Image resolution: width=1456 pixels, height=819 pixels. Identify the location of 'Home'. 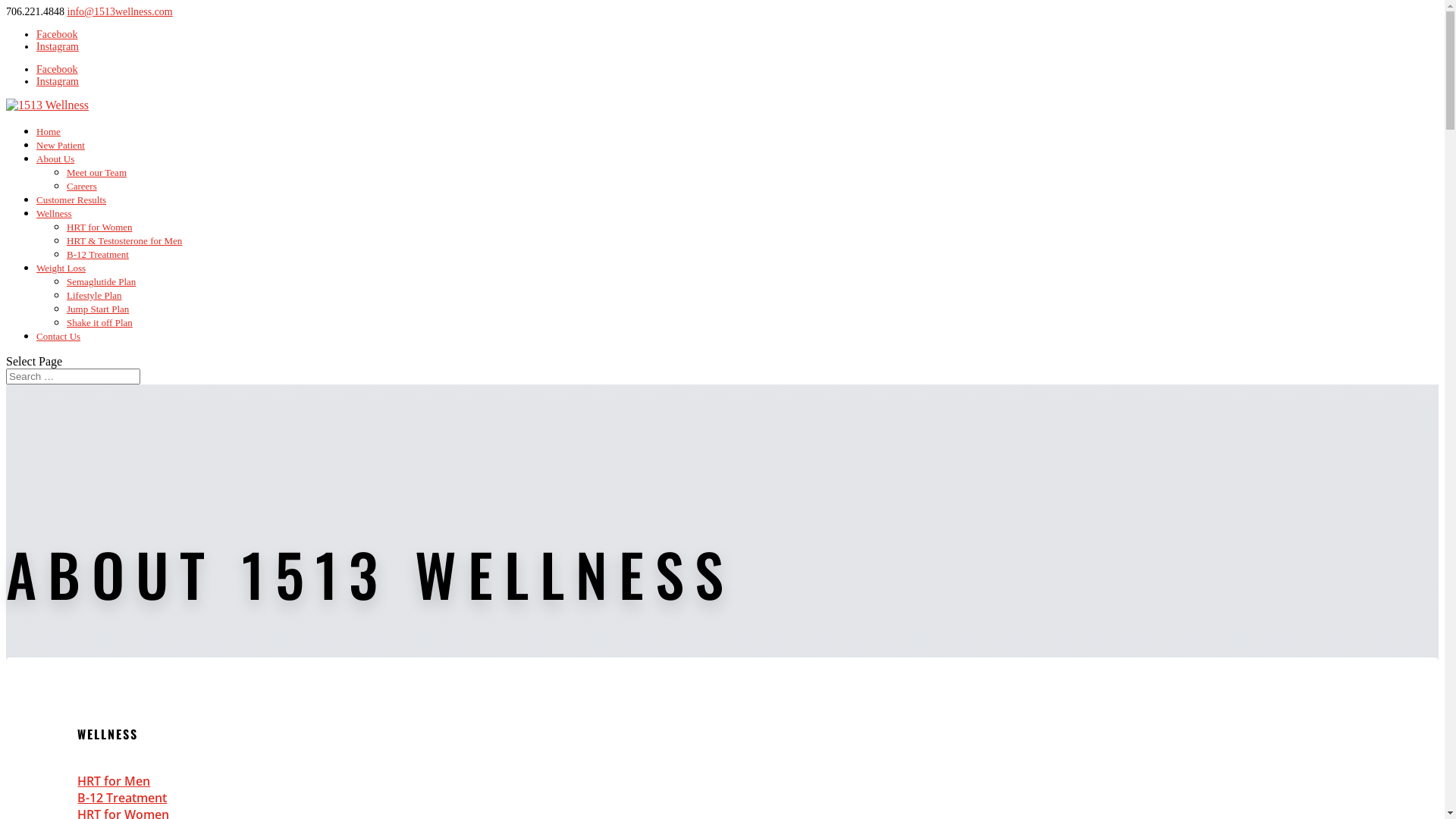
(48, 130).